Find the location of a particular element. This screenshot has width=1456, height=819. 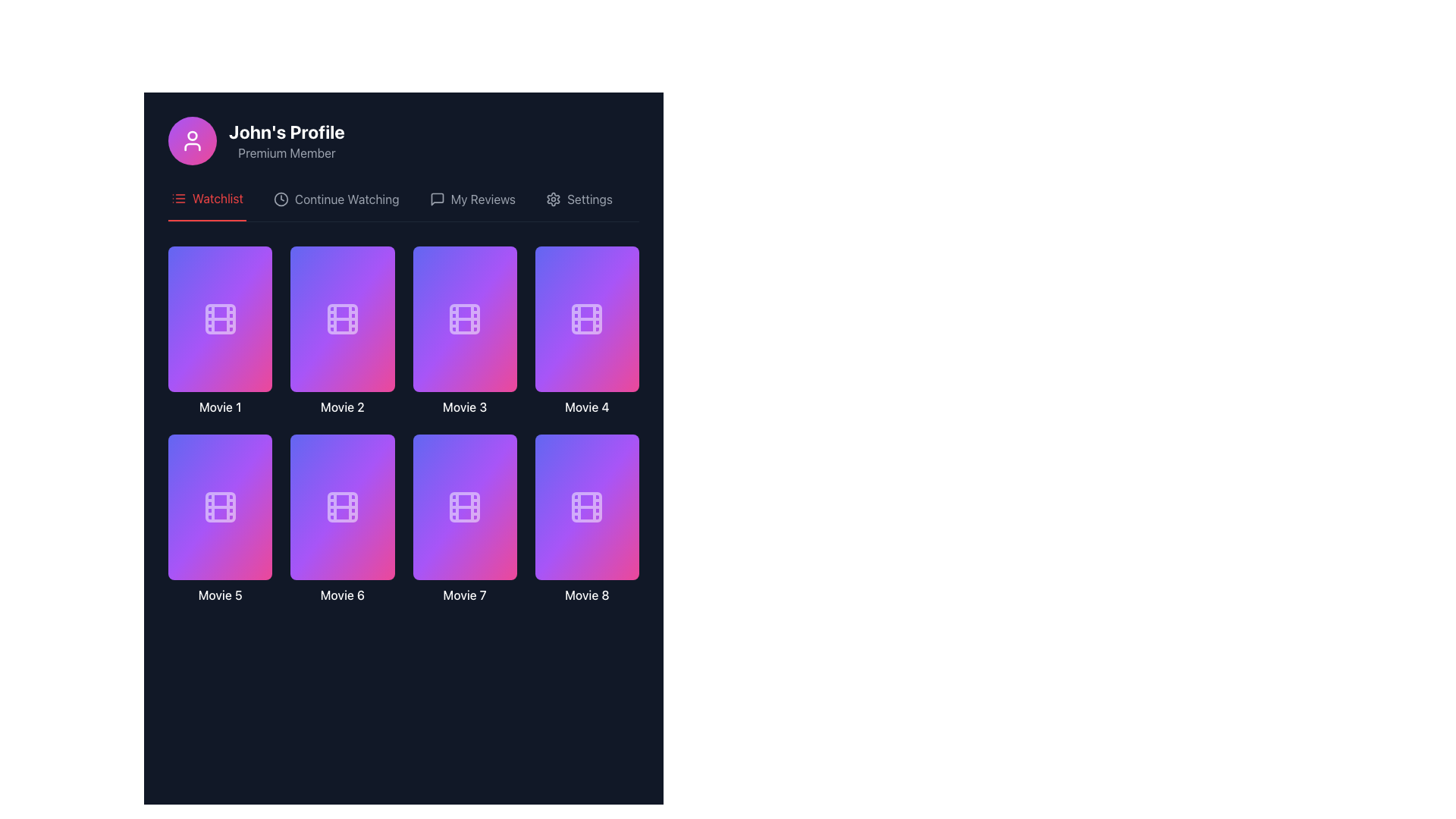

the 'Movie 3' card located in the second row, third column of the grid is located at coordinates (464, 318).